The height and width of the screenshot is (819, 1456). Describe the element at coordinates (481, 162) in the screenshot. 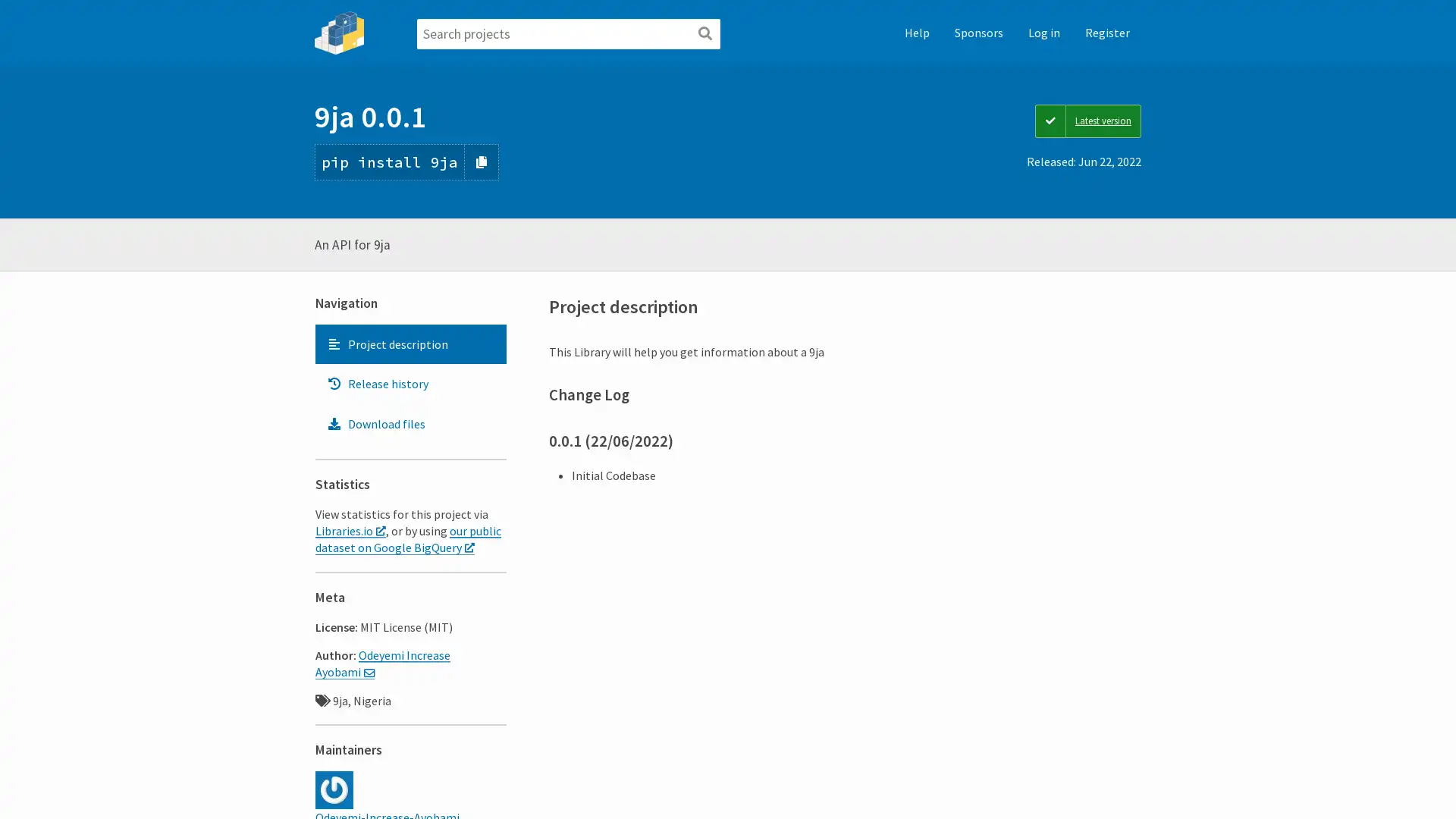

I see `Copy PIP instructions` at that location.